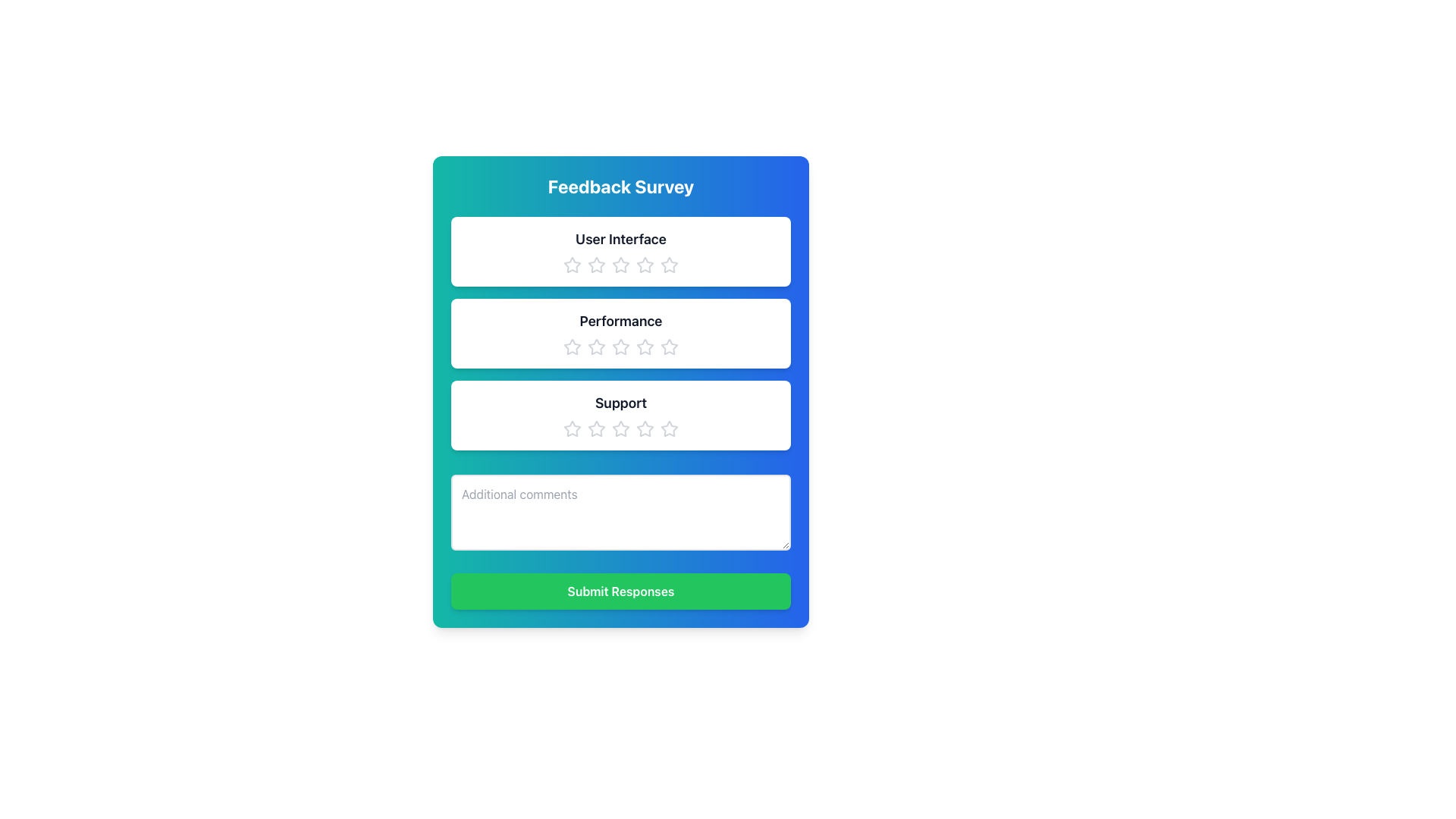 The image size is (1456, 819). Describe the element at coordinates (621, 429) in the screenshot. I see `the fourth star icon in the rating system for the 'Support' section` at that location.